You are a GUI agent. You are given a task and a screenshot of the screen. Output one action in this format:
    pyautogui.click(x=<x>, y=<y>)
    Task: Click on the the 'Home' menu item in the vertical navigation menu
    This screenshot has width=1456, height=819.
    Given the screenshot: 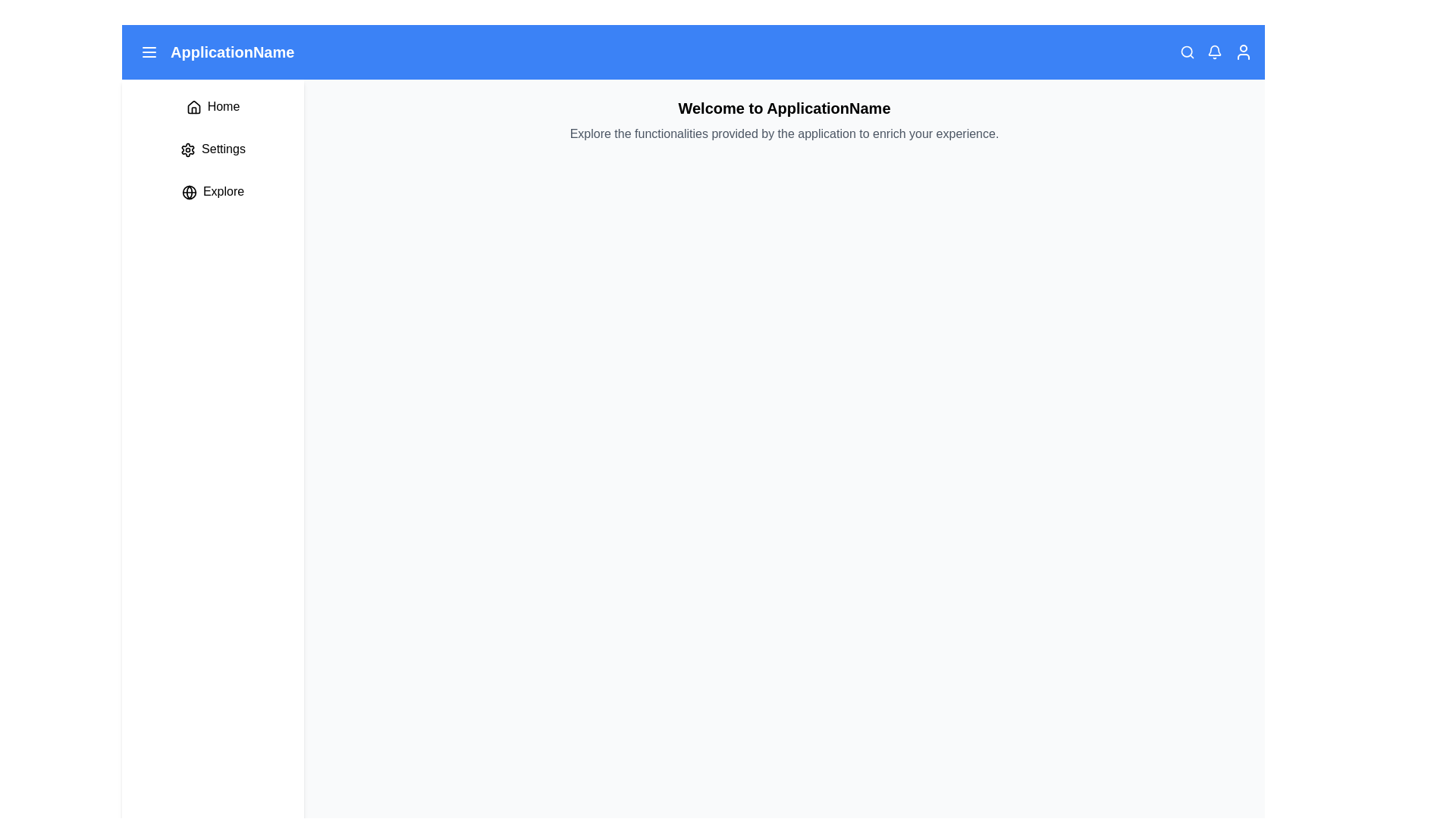 What is the action you would take?
    pyautogui.click(x=212, y=106)
    